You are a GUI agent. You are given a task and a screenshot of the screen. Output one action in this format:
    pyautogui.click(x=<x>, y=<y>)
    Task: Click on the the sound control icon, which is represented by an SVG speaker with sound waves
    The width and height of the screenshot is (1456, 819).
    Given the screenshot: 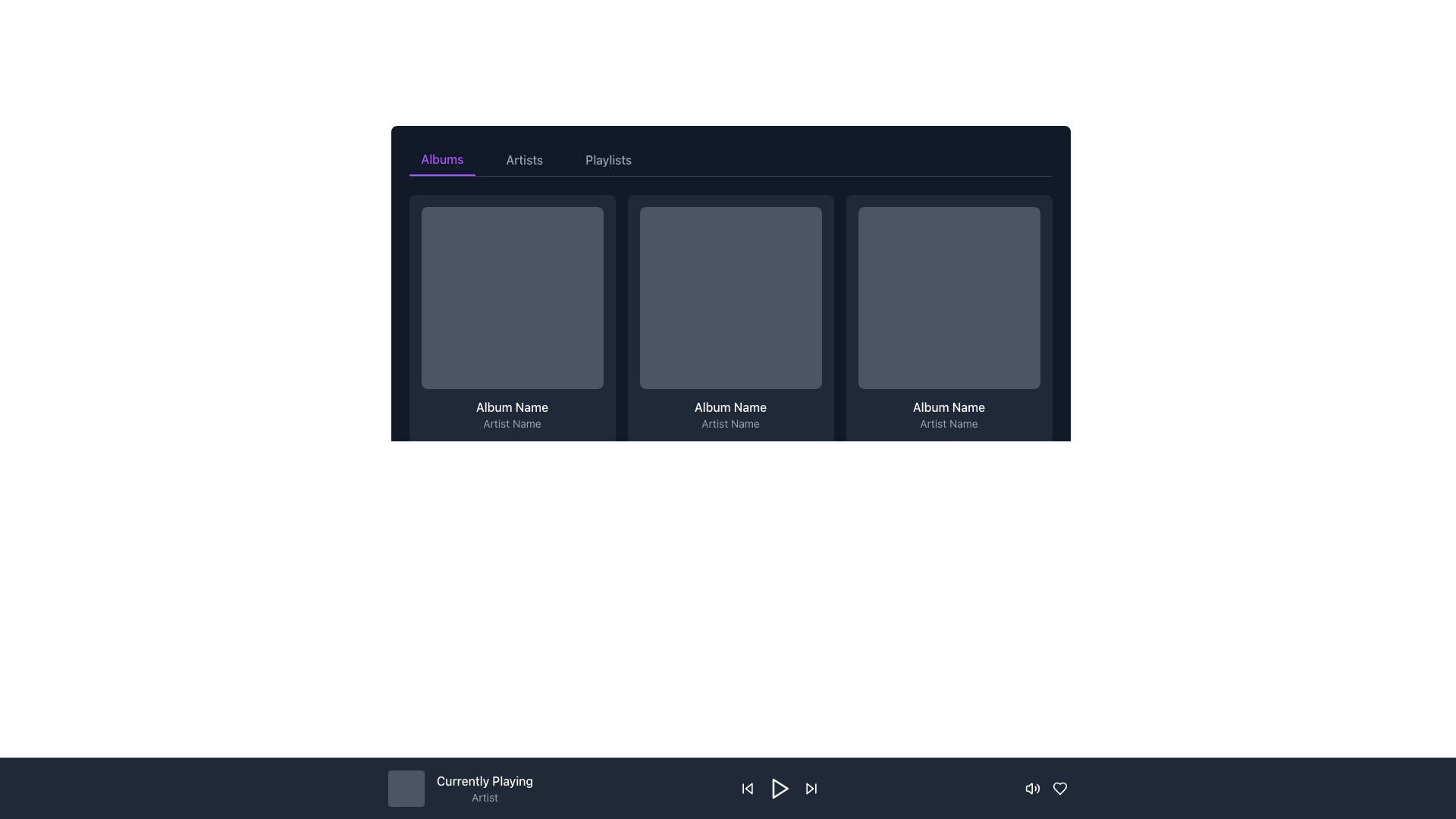 What is the action you would take?
    pyautogui.click(x=1032, y=788)
    